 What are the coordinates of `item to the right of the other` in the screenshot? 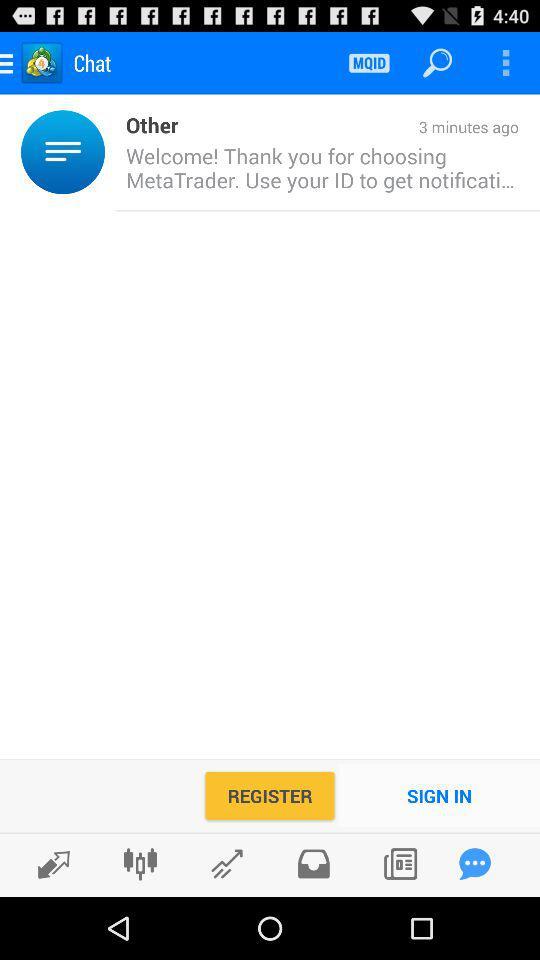 It's located at (347, 127).